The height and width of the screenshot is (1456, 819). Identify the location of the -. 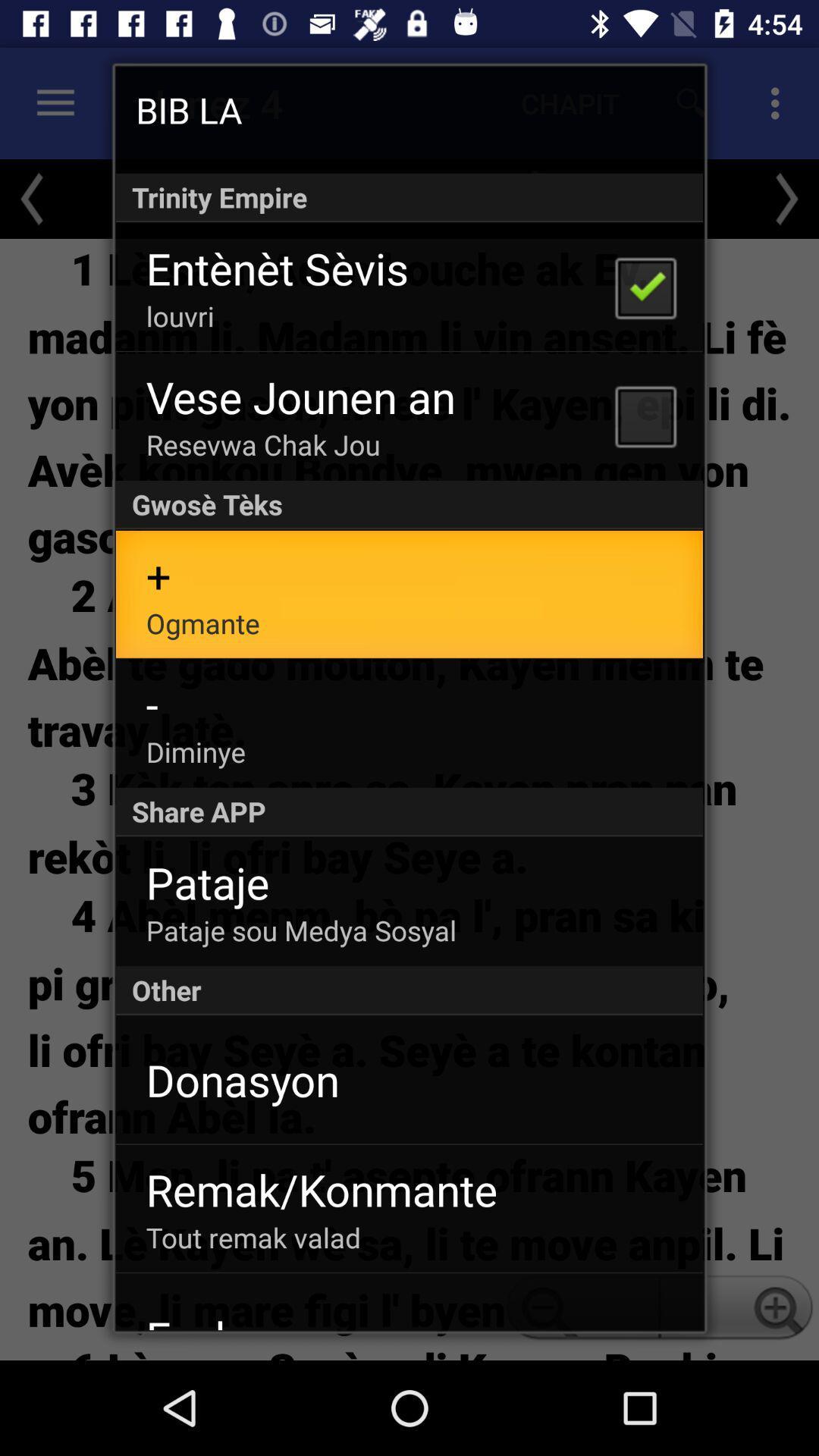
(152, 703).